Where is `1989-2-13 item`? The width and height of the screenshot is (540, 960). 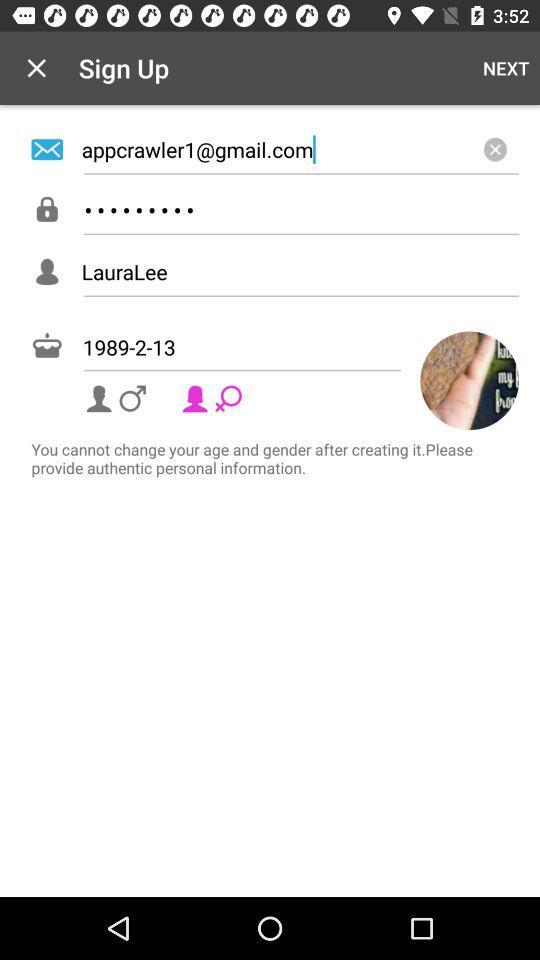
1989-2-13 item is located at coordinates (274, 347).